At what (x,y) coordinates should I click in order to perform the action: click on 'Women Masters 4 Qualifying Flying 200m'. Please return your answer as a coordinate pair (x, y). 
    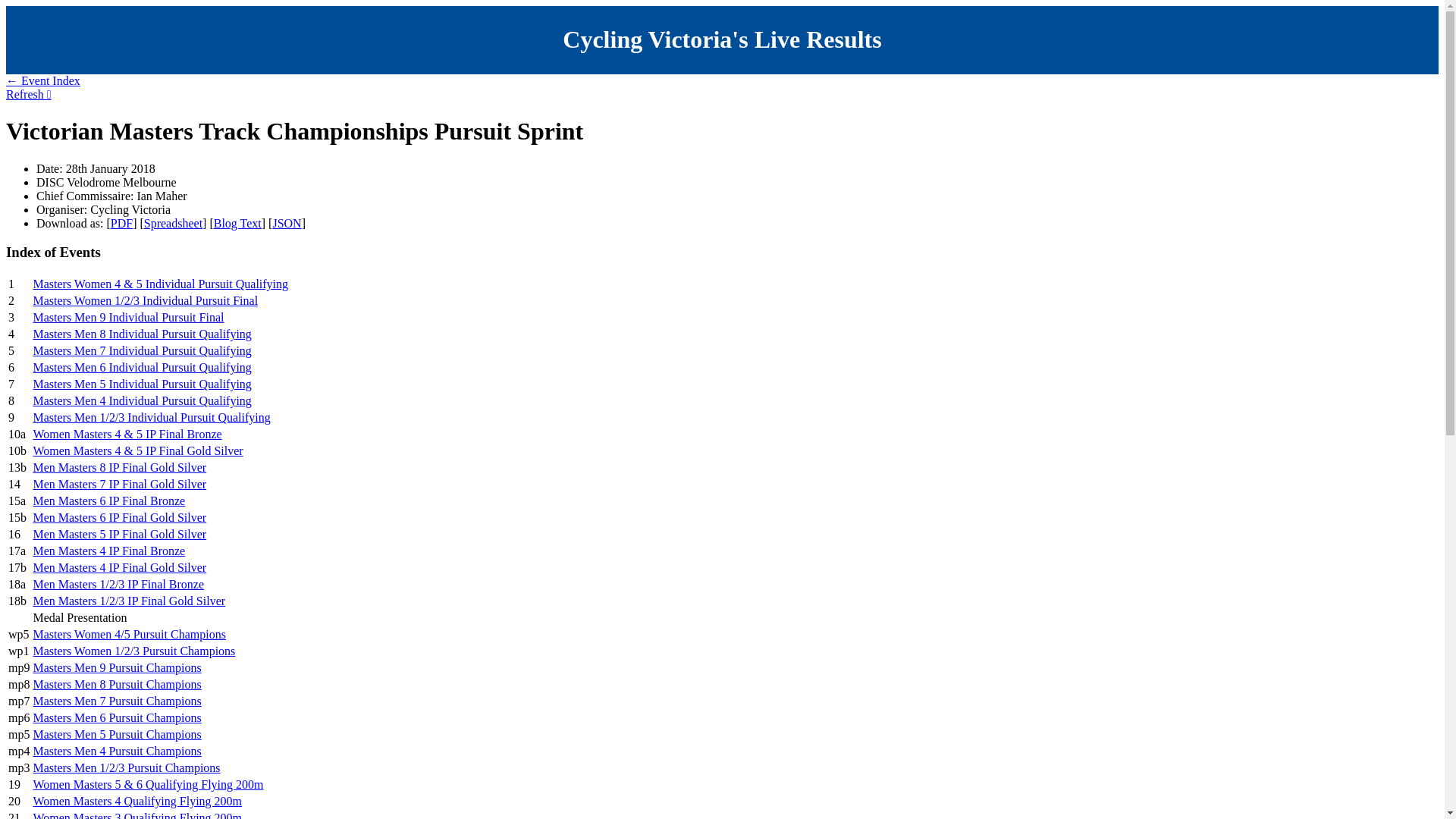
    Looking at the image, I should click on (137, 800).